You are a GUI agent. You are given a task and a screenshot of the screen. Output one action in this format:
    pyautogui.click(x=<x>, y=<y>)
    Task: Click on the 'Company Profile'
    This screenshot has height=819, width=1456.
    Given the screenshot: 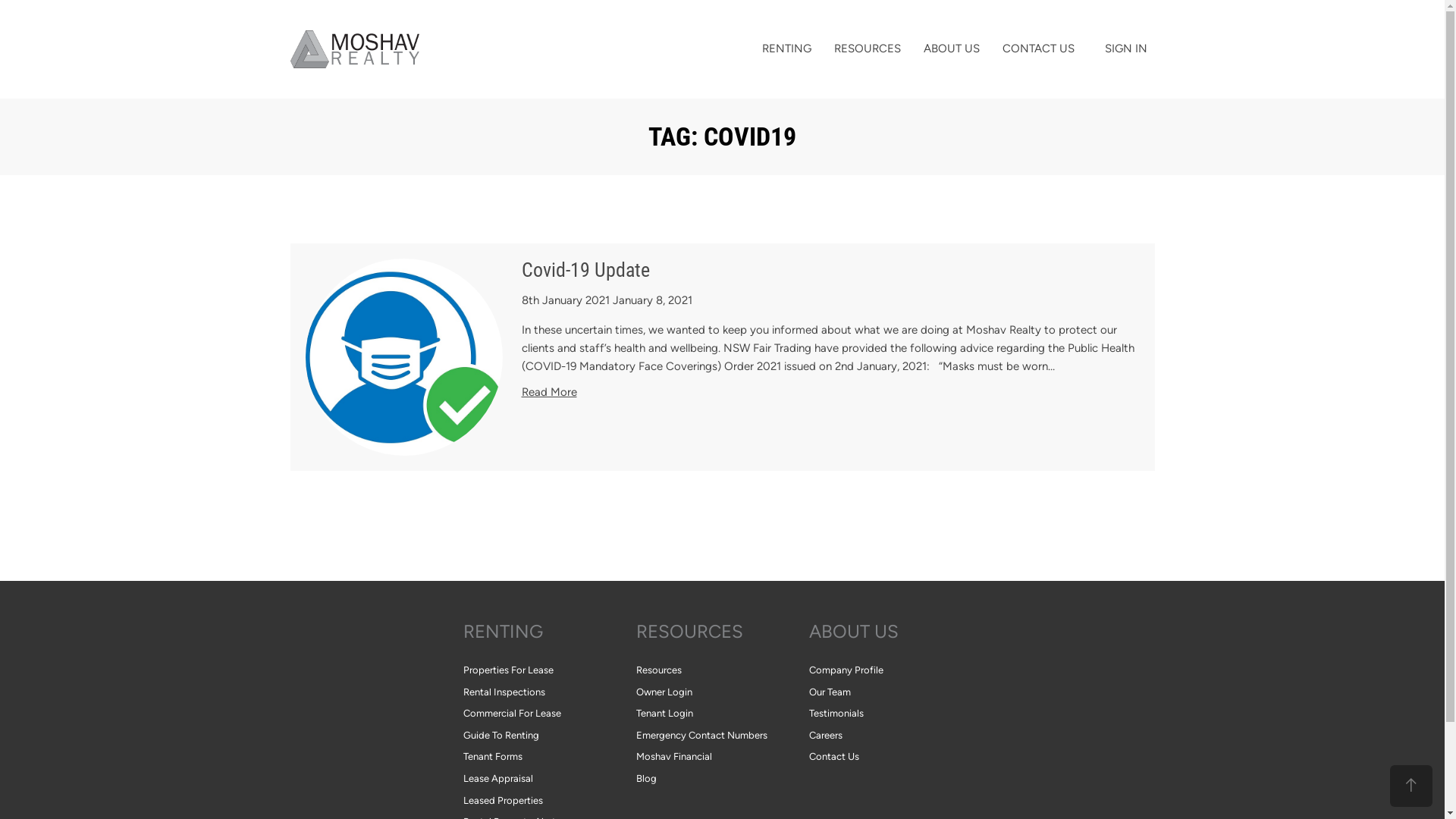 What is the action you would take?
    pyautogui.click(x=807, y=670)
    